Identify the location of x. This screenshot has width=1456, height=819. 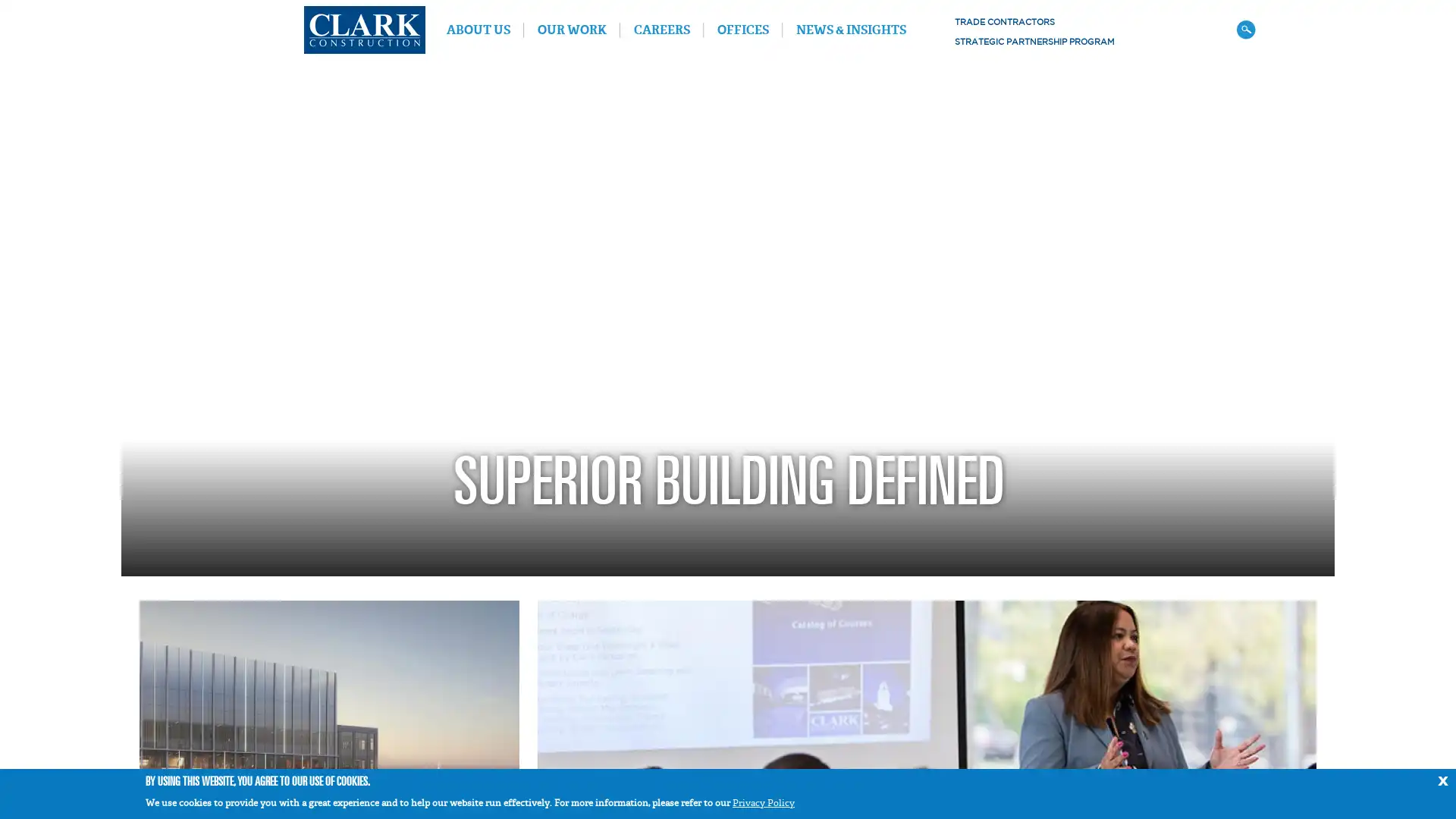
(1442, 779).